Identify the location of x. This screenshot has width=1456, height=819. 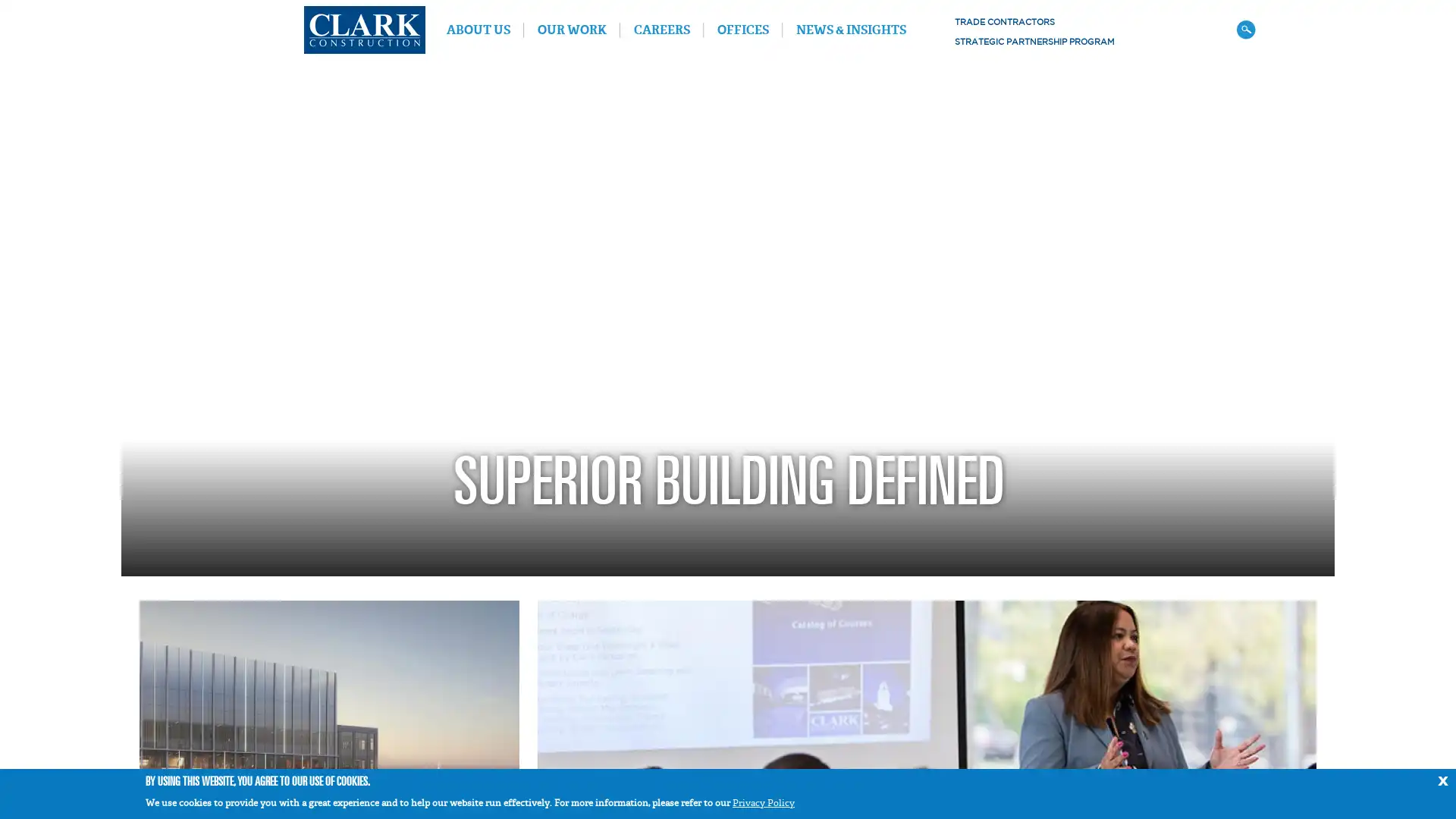
(1442, 779).